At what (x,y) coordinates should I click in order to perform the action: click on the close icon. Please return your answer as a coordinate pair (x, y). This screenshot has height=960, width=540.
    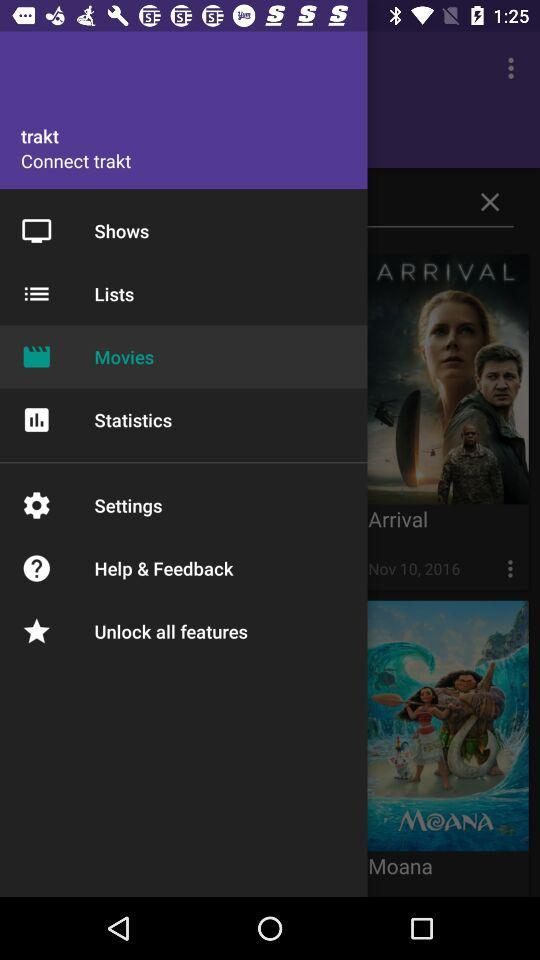
    Looking at the image, I should click on (489, 202).